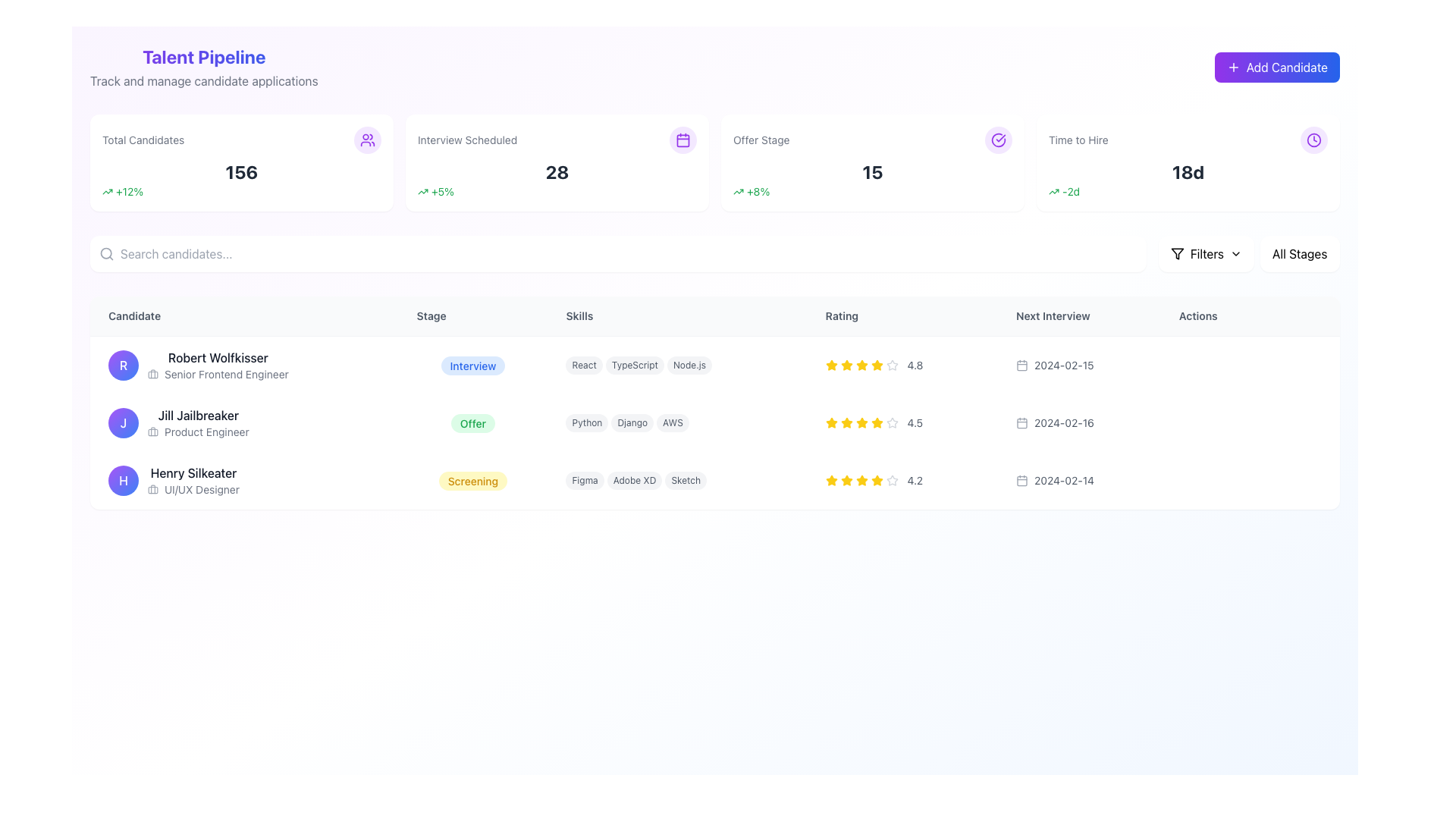 Image resolution: width=1456 pixels, height=819 pixels. Describe the element at coordinates (714, 480) in the screenshot. I see `information displayed in the table row for user 'Henry Silkeater', which includes their title 'UI/UX Designer', current stage 'Screening', skills, rating, and date` at that location.